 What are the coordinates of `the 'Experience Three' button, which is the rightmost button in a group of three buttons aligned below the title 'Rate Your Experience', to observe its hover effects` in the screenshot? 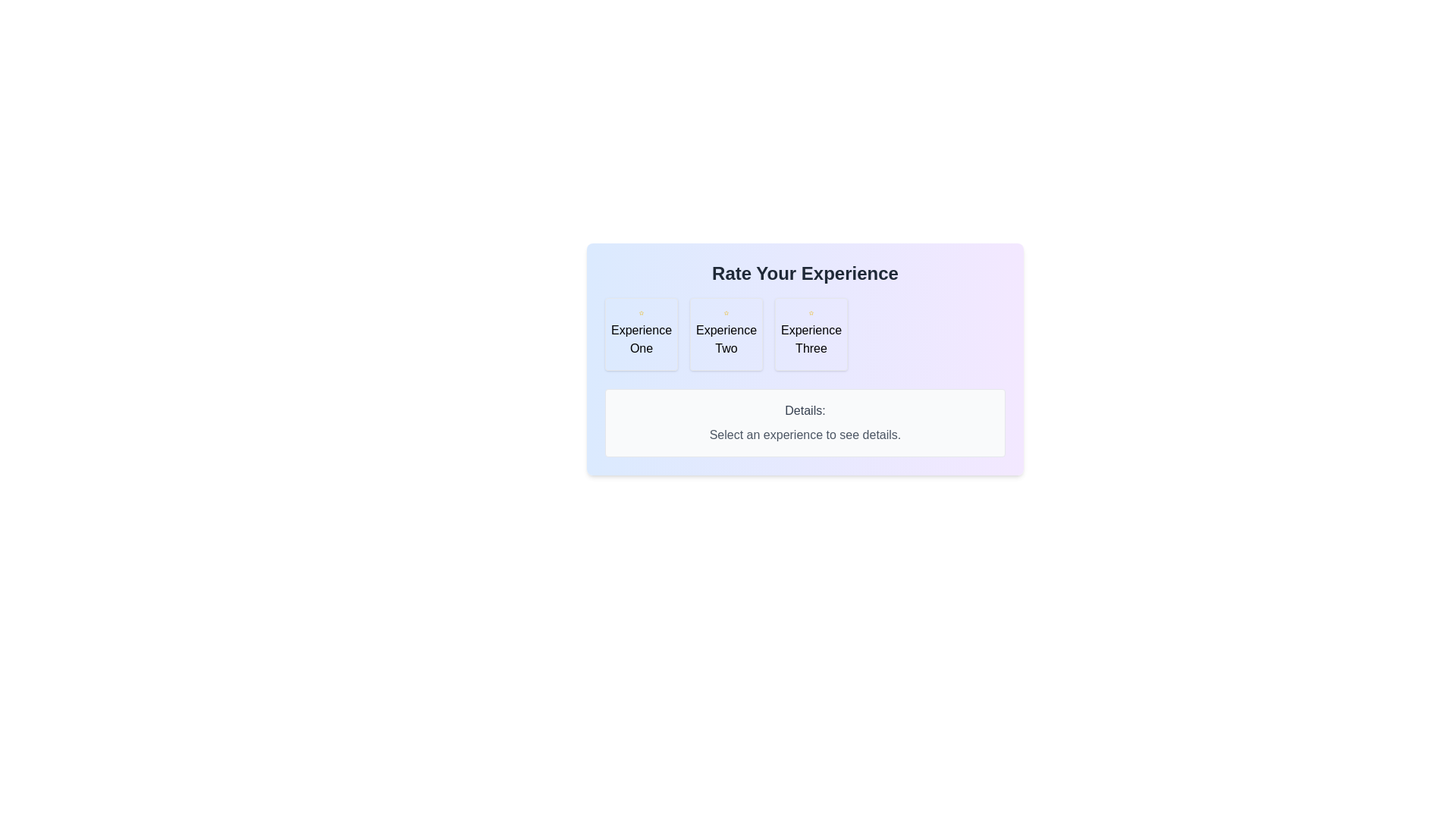 It's located at (804, 359).